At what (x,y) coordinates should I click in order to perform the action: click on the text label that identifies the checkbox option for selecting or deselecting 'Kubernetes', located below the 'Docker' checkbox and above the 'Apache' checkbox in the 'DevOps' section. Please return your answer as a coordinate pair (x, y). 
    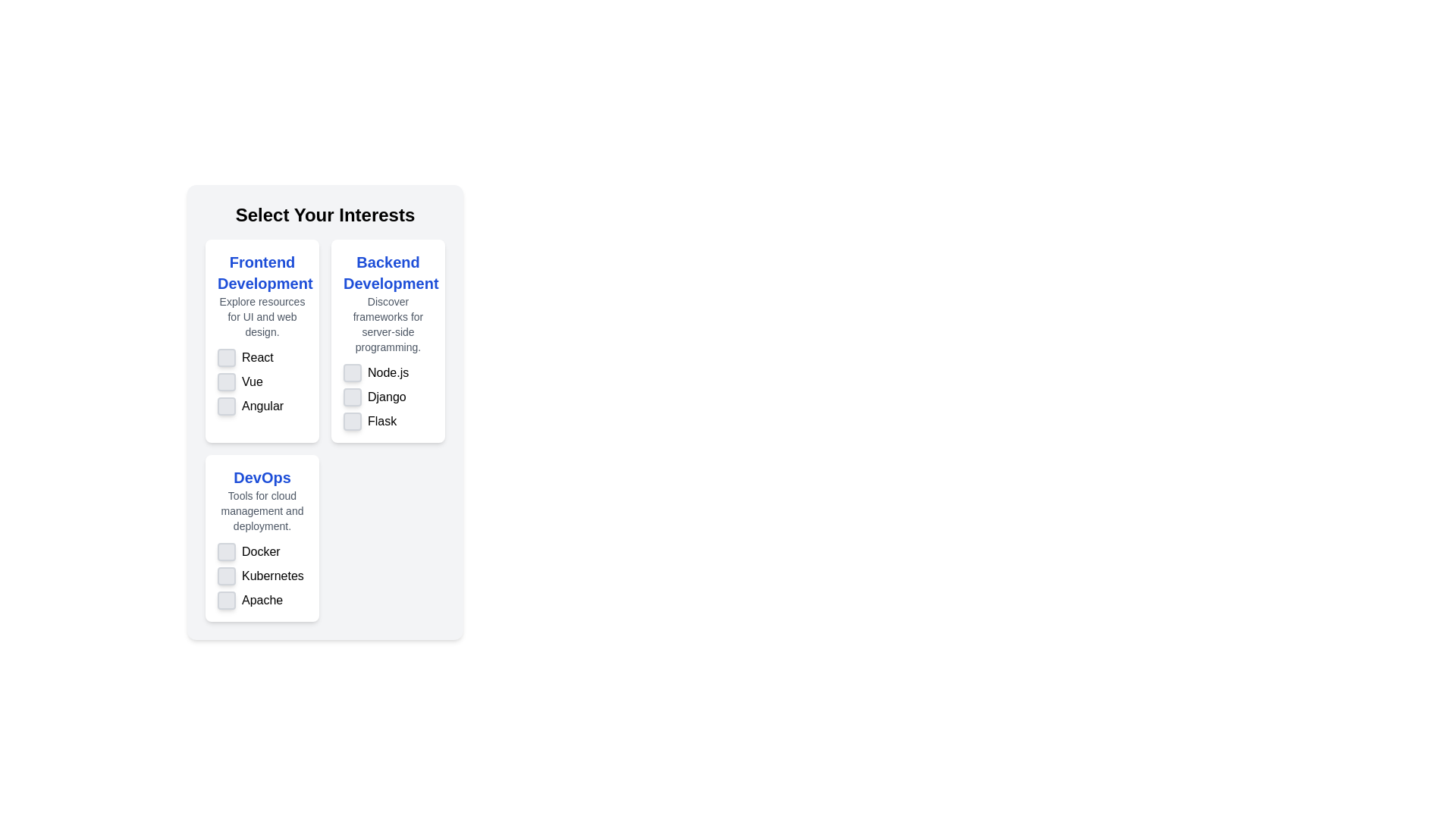
    Looking at the image, I should click on (273, 576).